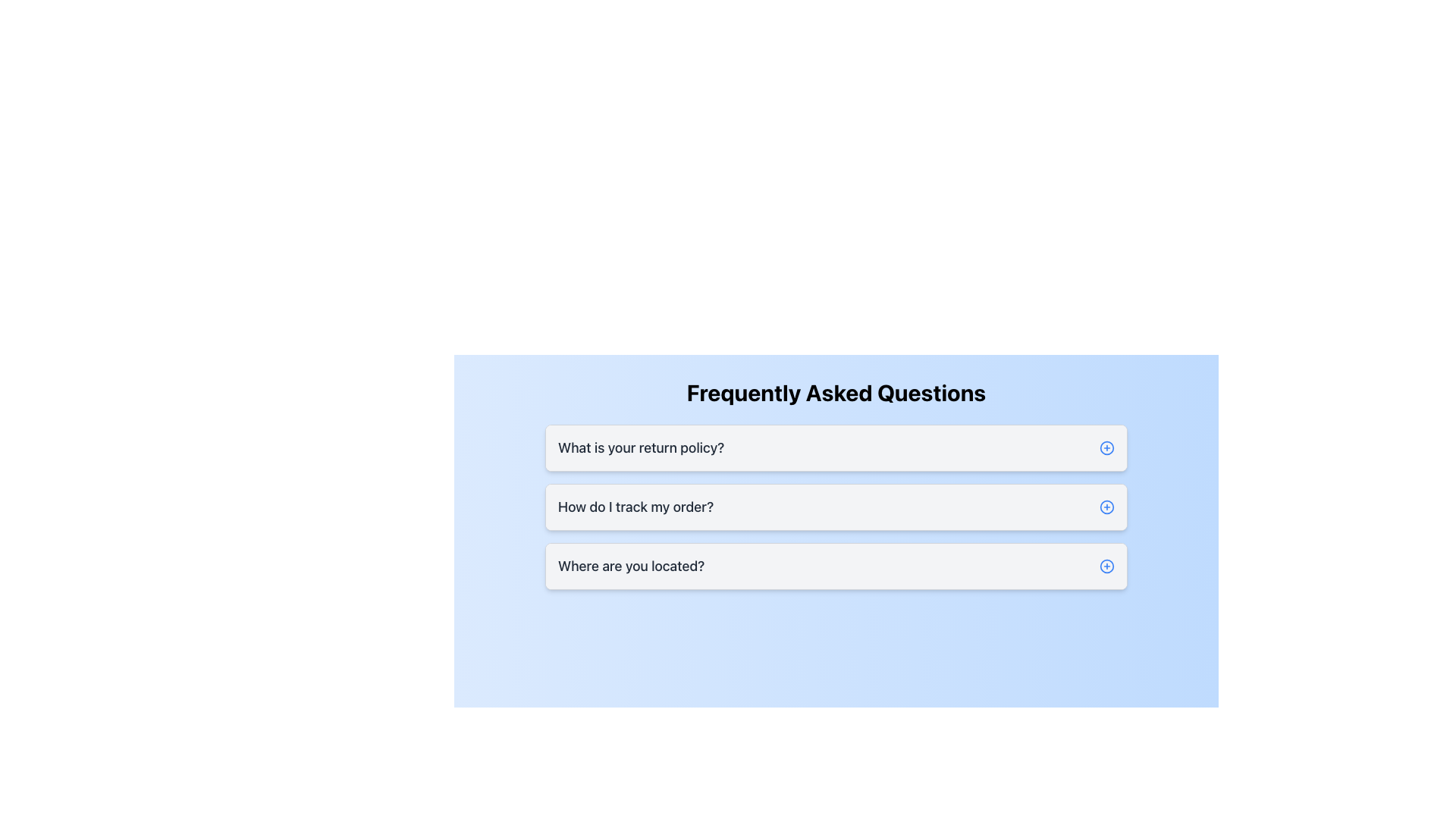 The width and height of the screenshot is (1456, 819). What do you see at coordinates (635, 507) in the screenshot?
I see `the text label displaying the question 'How do I track my order?', which is styled with a medium-sized, bold font in dark gray color, located centrally in the second item of a vertical list of frequently asked questions` at bounding box center [635, 507].